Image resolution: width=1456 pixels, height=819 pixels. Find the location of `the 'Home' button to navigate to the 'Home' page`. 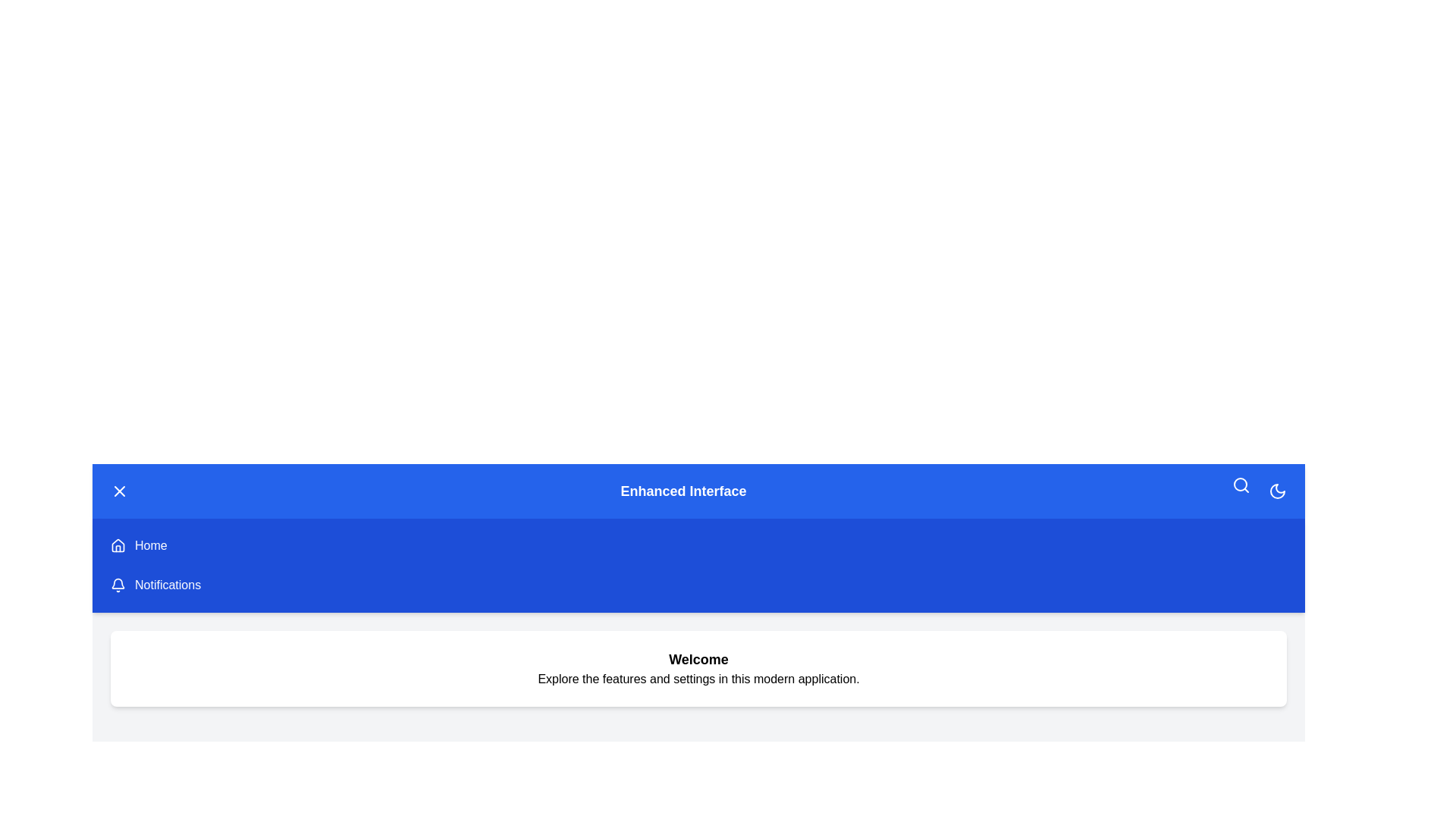

the 'Home' button to navigate to the 'Home' page is located at coordinates (150, 546).